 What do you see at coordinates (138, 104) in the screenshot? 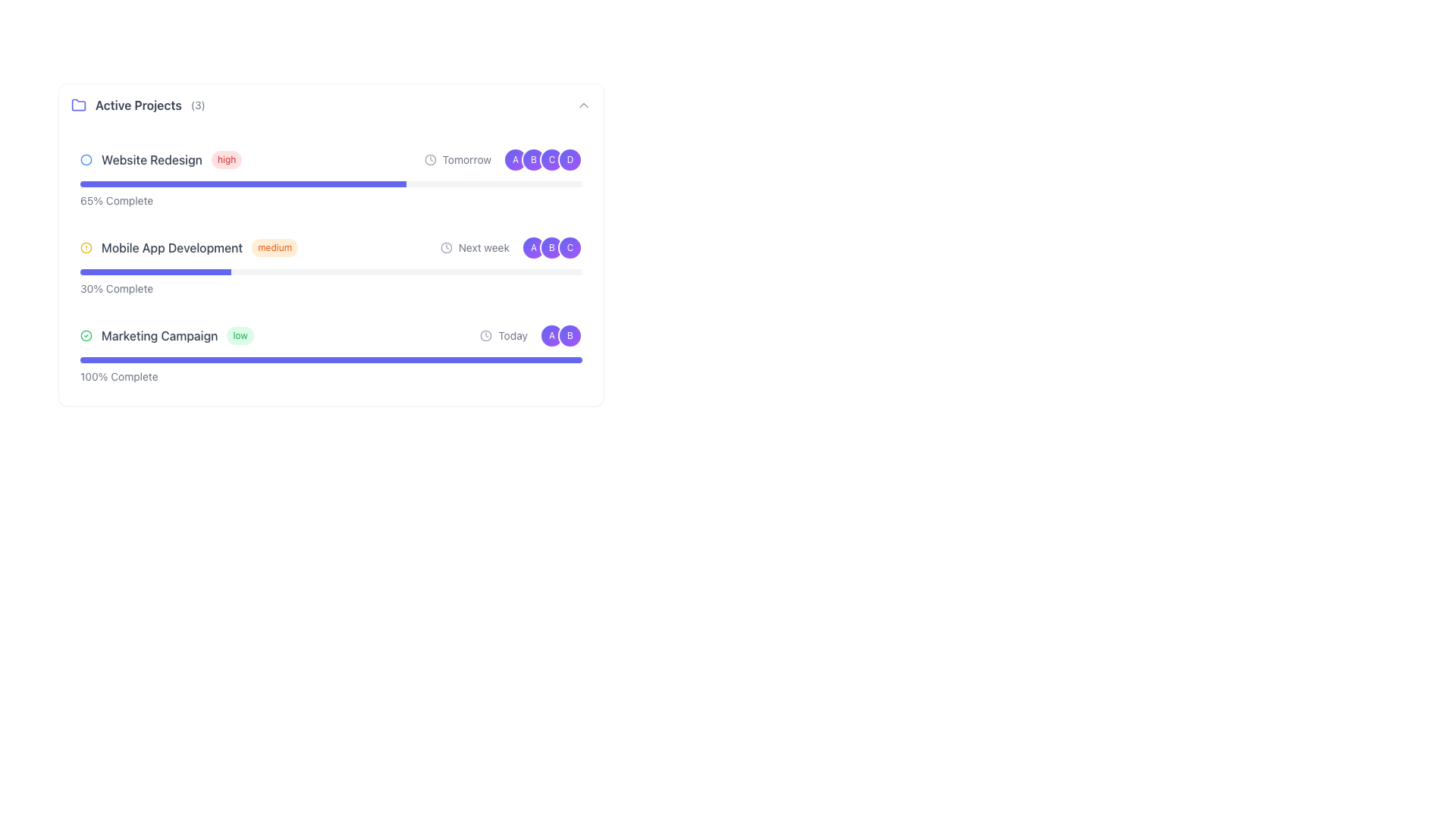
I see `the text label that serves as the header for the section listing active projects, which is located between a folder icon on the left and a small text '(3)' on the right` at bounding box center [138, 104].